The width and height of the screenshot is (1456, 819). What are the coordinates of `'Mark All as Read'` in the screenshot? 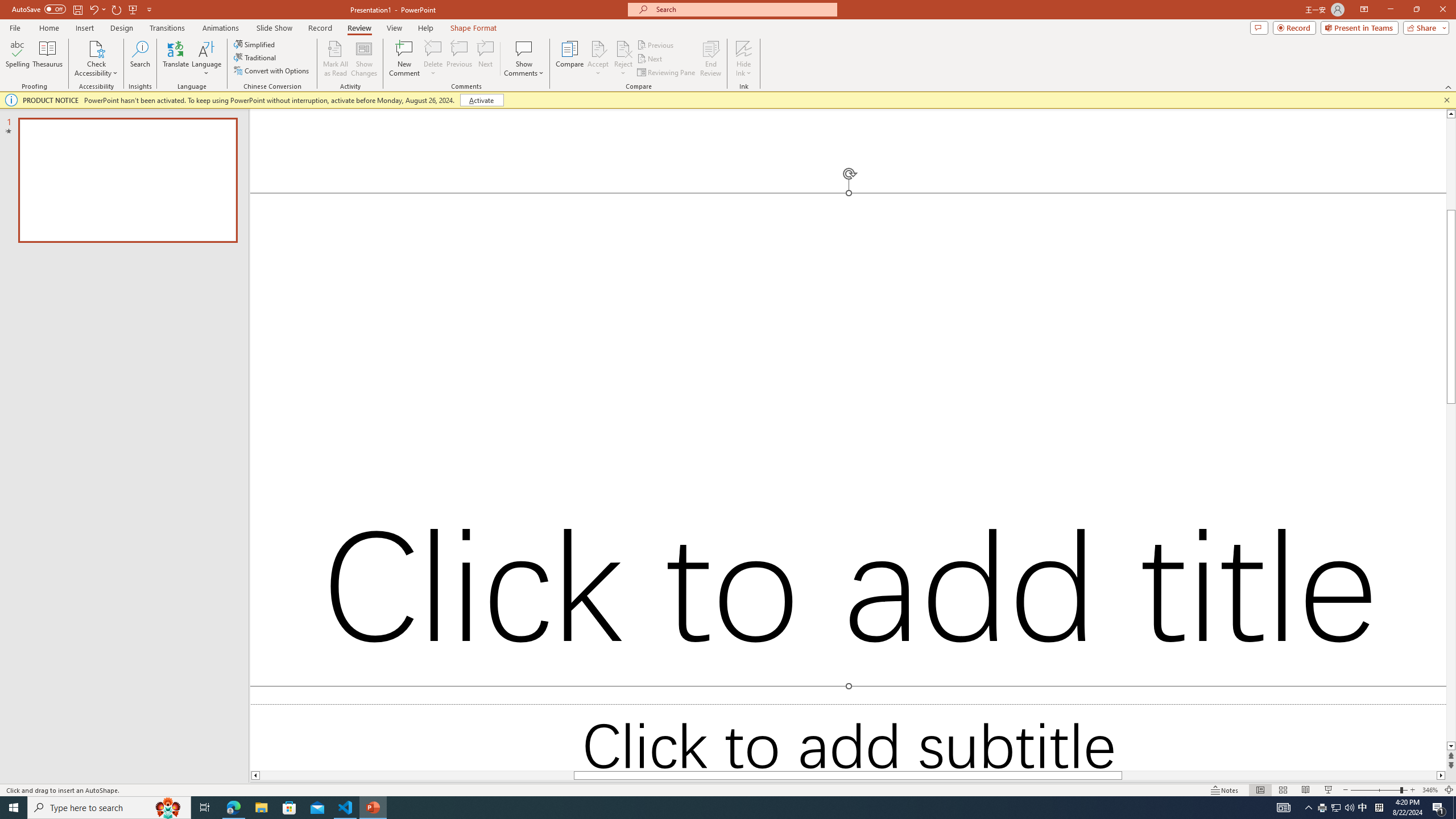 It's located at (336, 59).